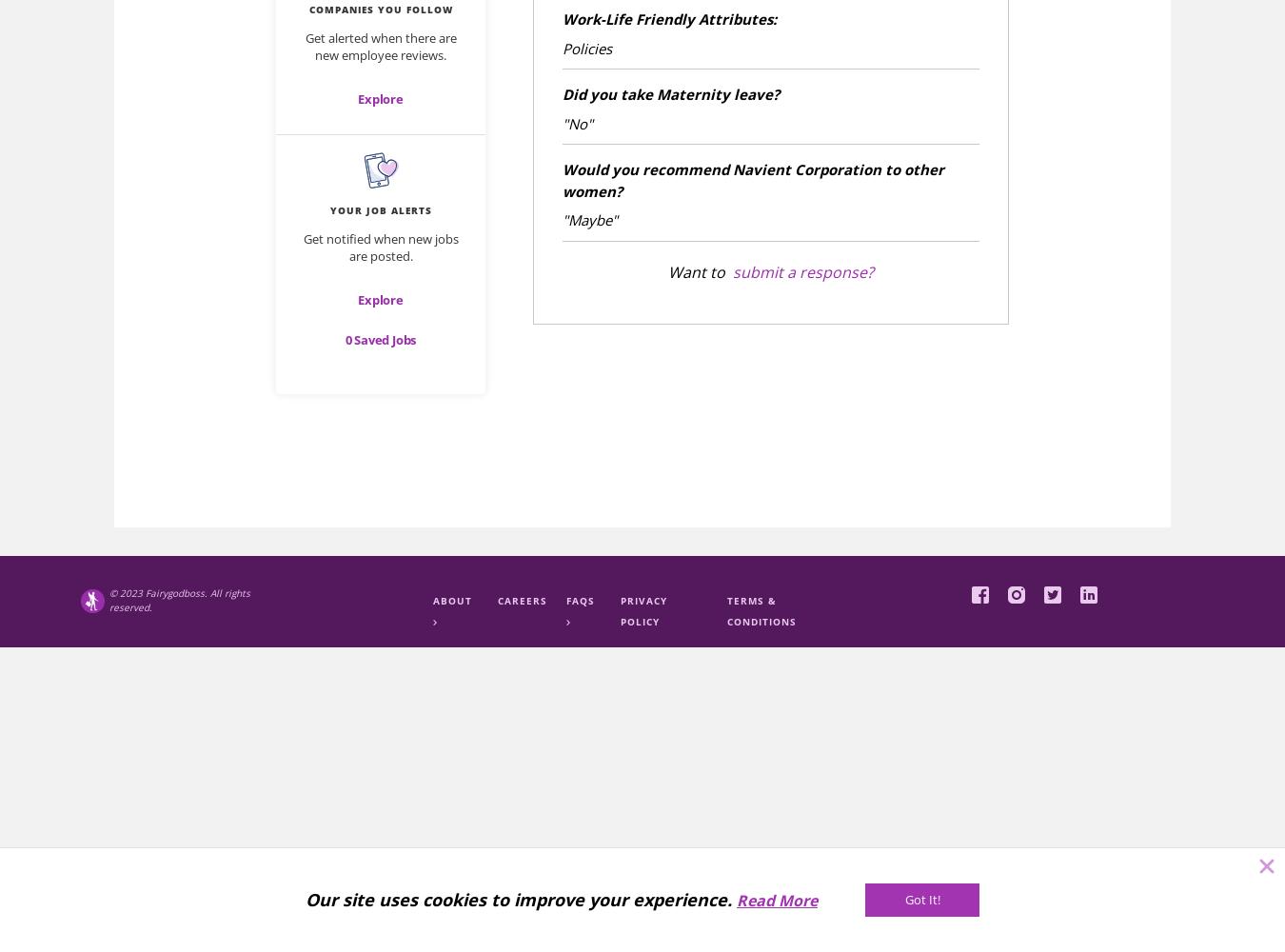  I want to click on '"Maybe"', so click(563, 219).